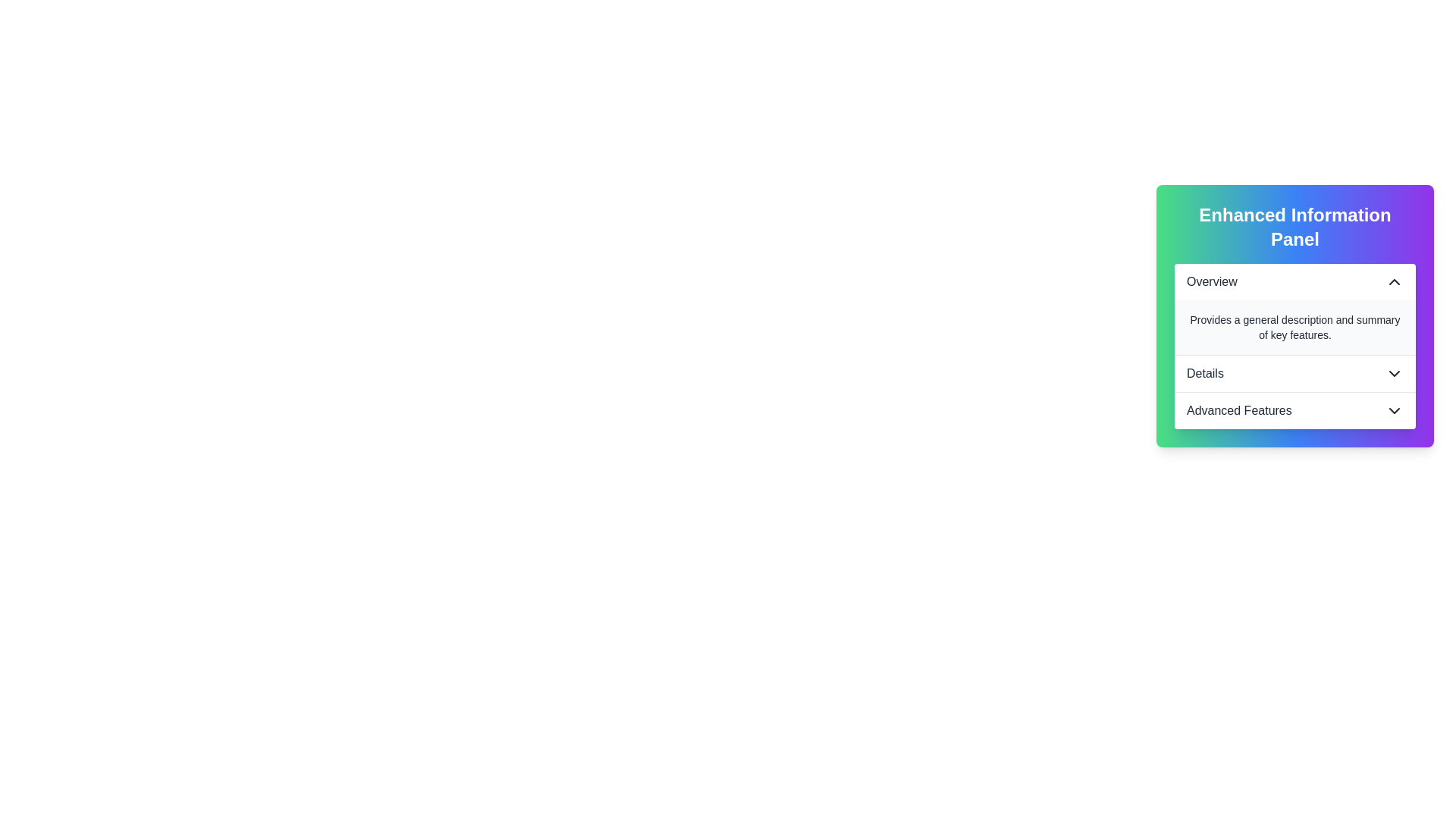 The image size is (1456, 819). Describe the element at coordinates (1204, 374) in the screenshot. I see `text label displaying 'Details' which is horizontally centered in the second section of the 'Enhanced Information Panel', located between 'Overview' and 'Advanced Features'` at that location.